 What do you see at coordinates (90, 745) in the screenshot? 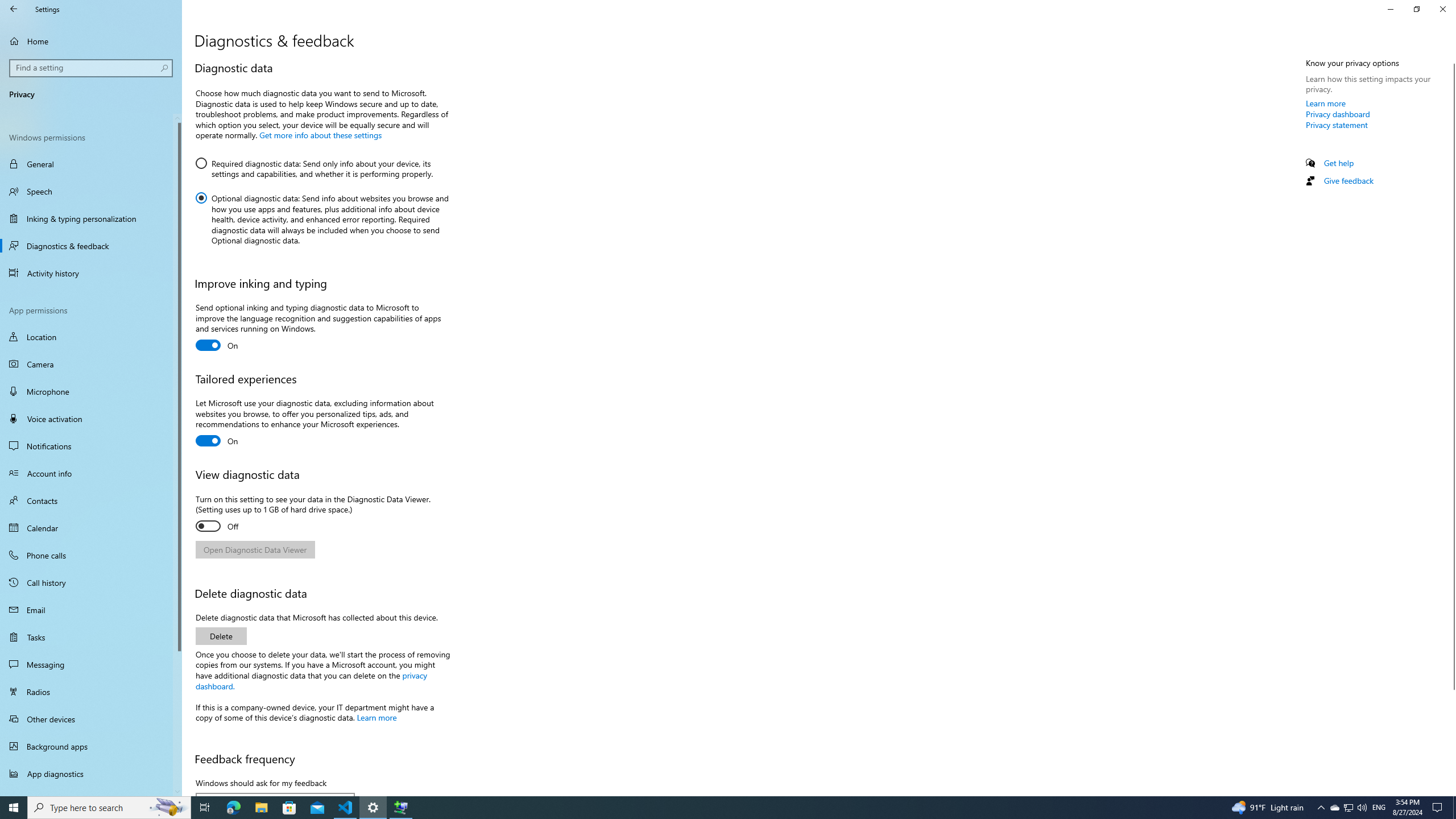
I see `'Background apps'` at bounding box center [90, 745].